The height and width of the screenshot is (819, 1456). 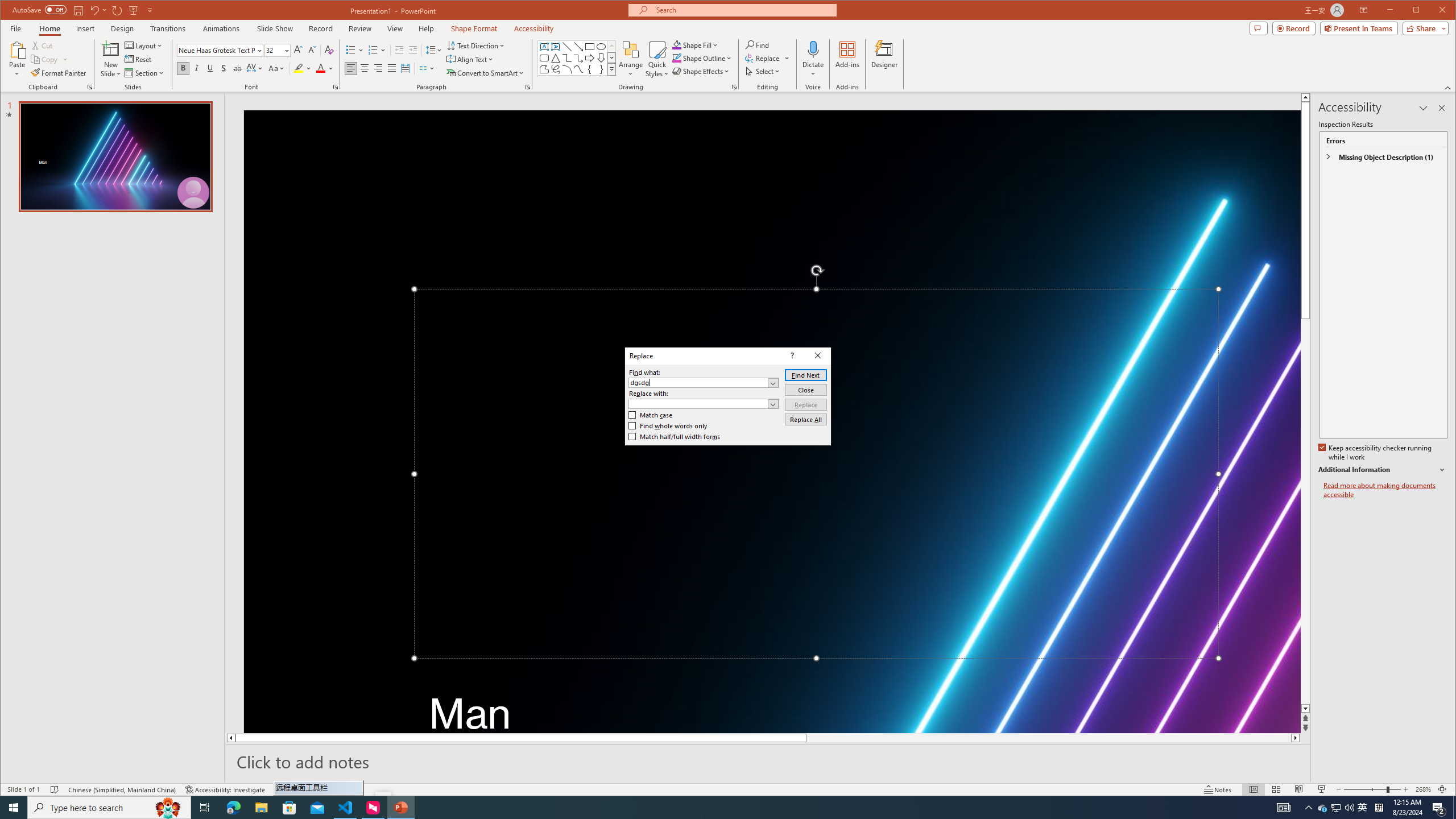 What do you see at coordinates (805, 374) in the screenshot?
I see `'Find Next'` at bounding box center [805, 374].